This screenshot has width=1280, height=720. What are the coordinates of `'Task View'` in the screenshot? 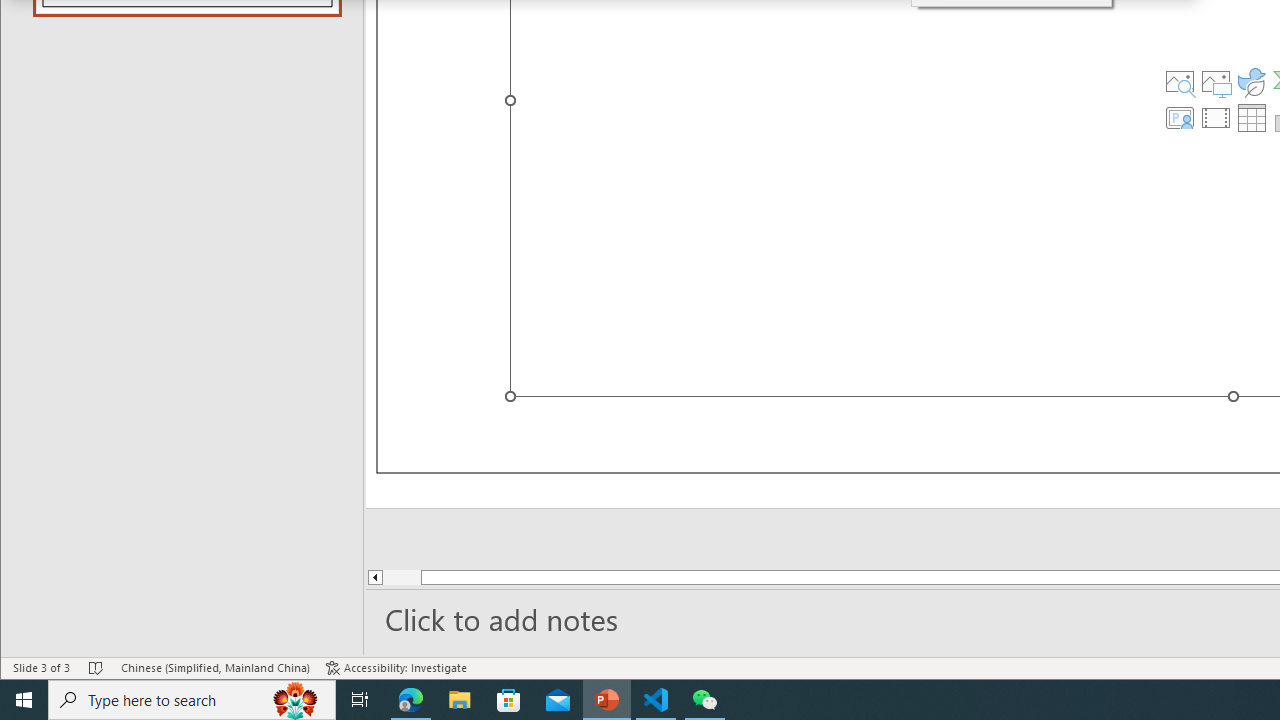 It's located at (359, 698).